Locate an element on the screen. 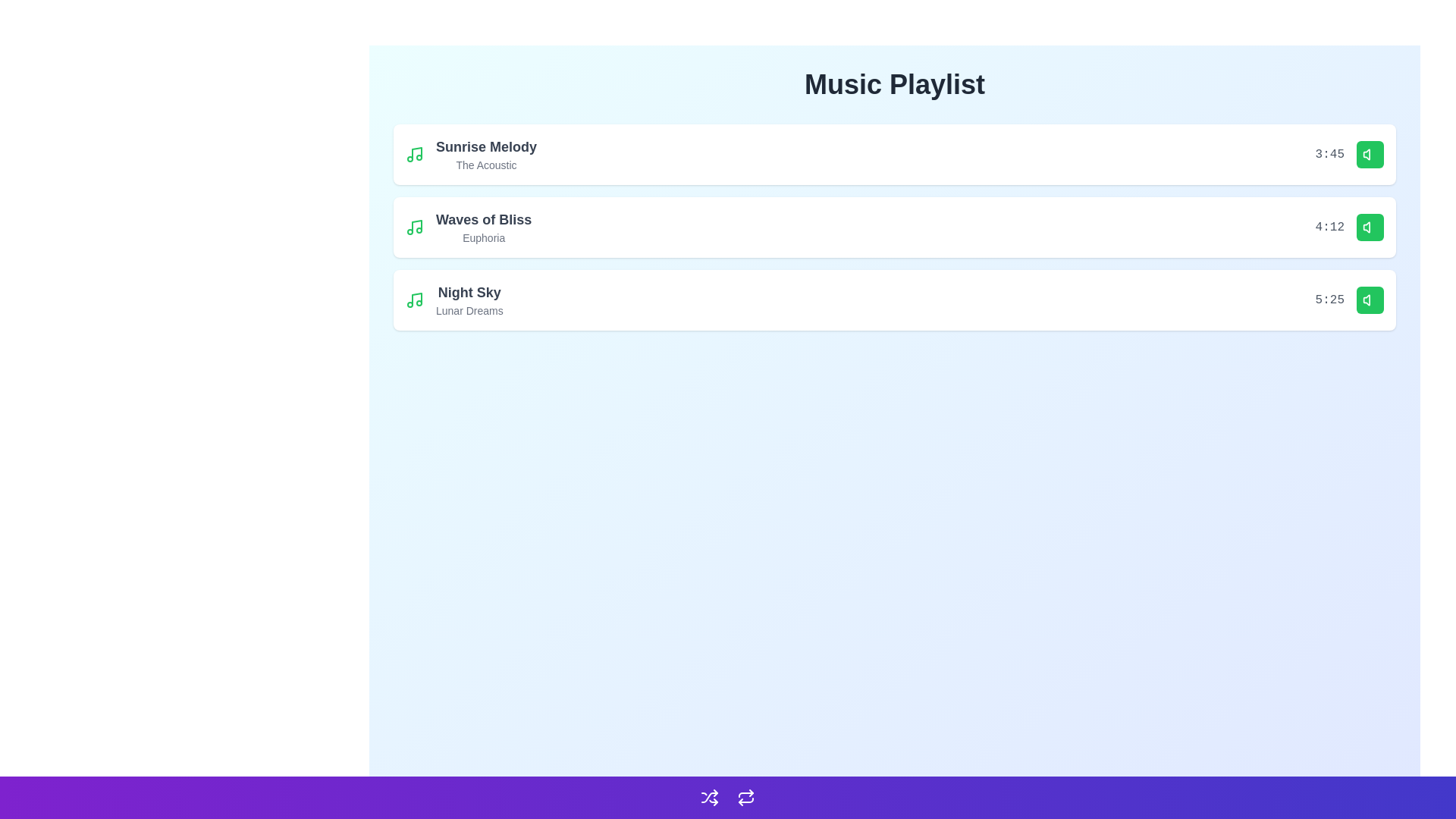 This screenshot has width=1456, height=819. the text of the first card in the vertical list of music items is located at coordinates (486, 155).